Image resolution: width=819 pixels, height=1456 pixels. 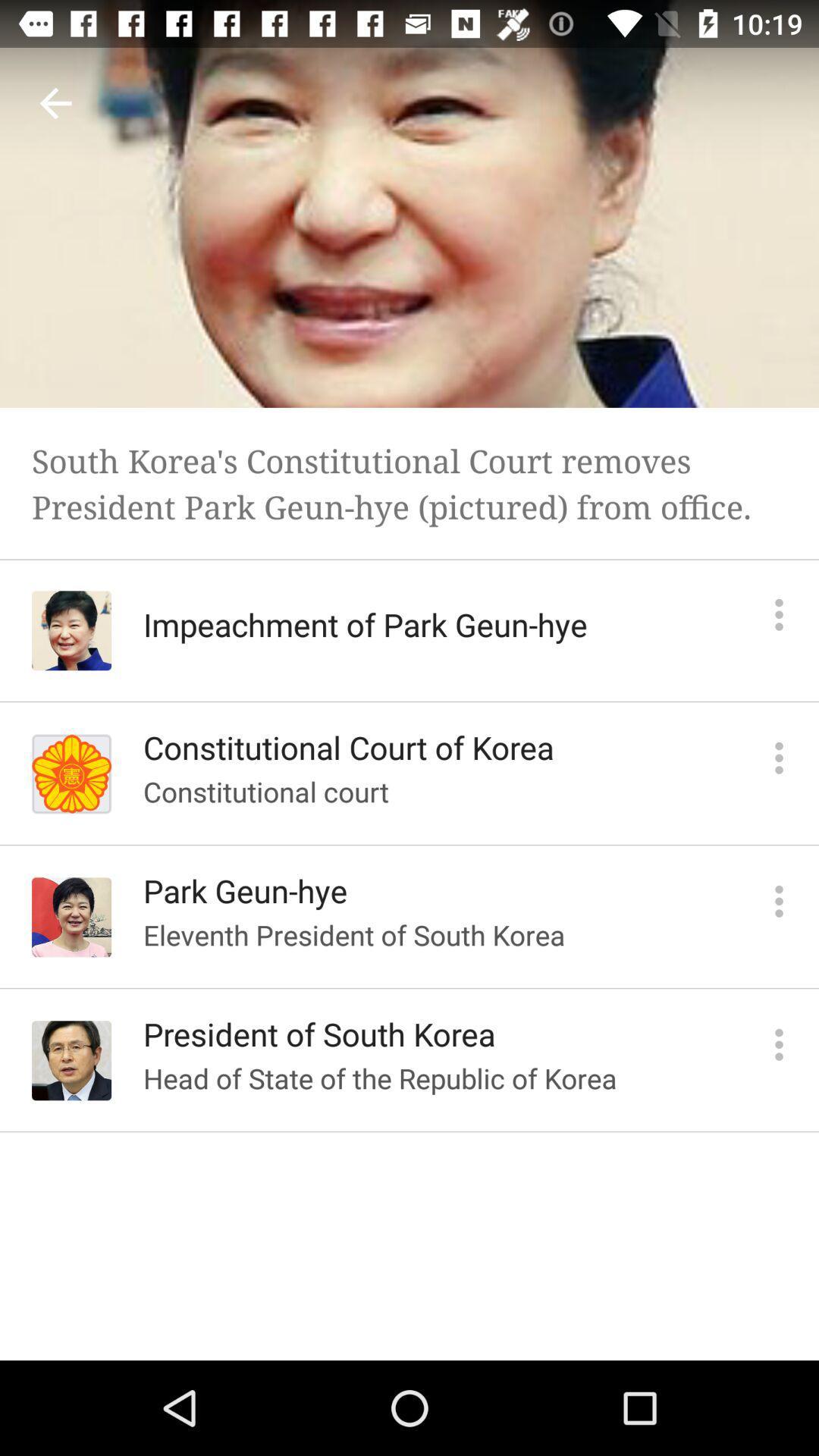 What do you see at coordinates (779, 758) in the screenshot?
I see `more options` at bounding box center [779, 758].